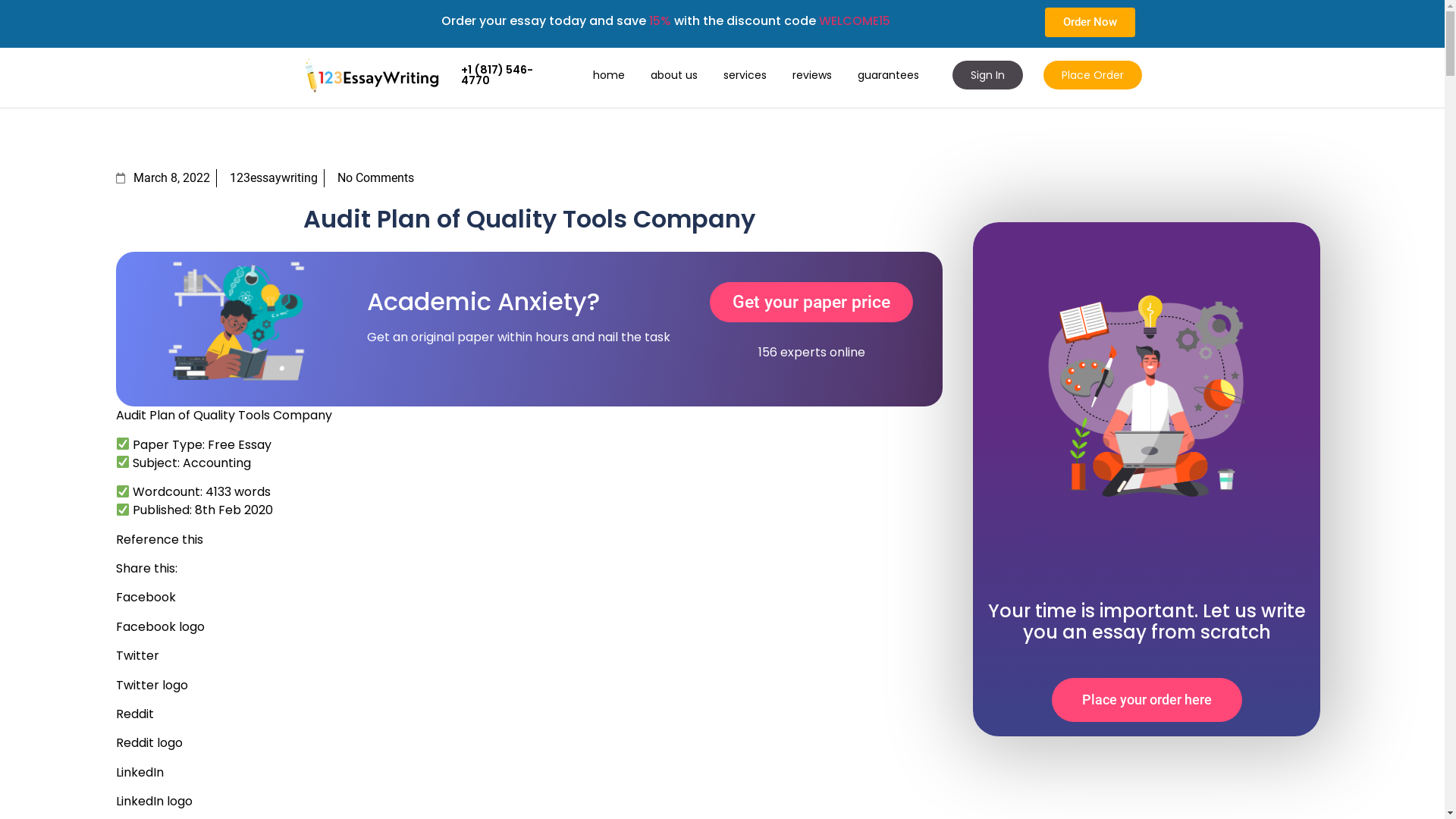 This screenshot has width=1456, height=819. I want to click on '15%', so click(660, 20).